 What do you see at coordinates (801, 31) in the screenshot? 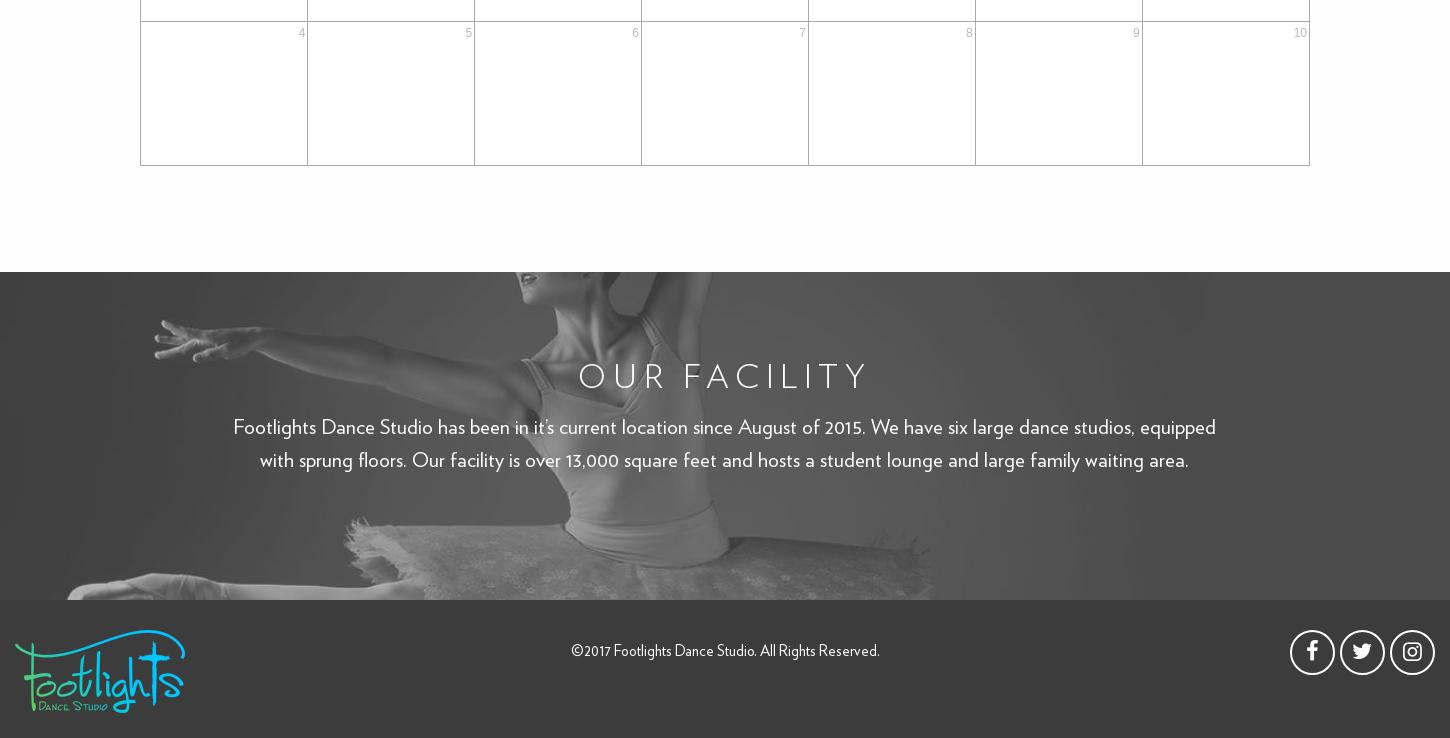
I see `'7'` at bounding box center [801, 31].